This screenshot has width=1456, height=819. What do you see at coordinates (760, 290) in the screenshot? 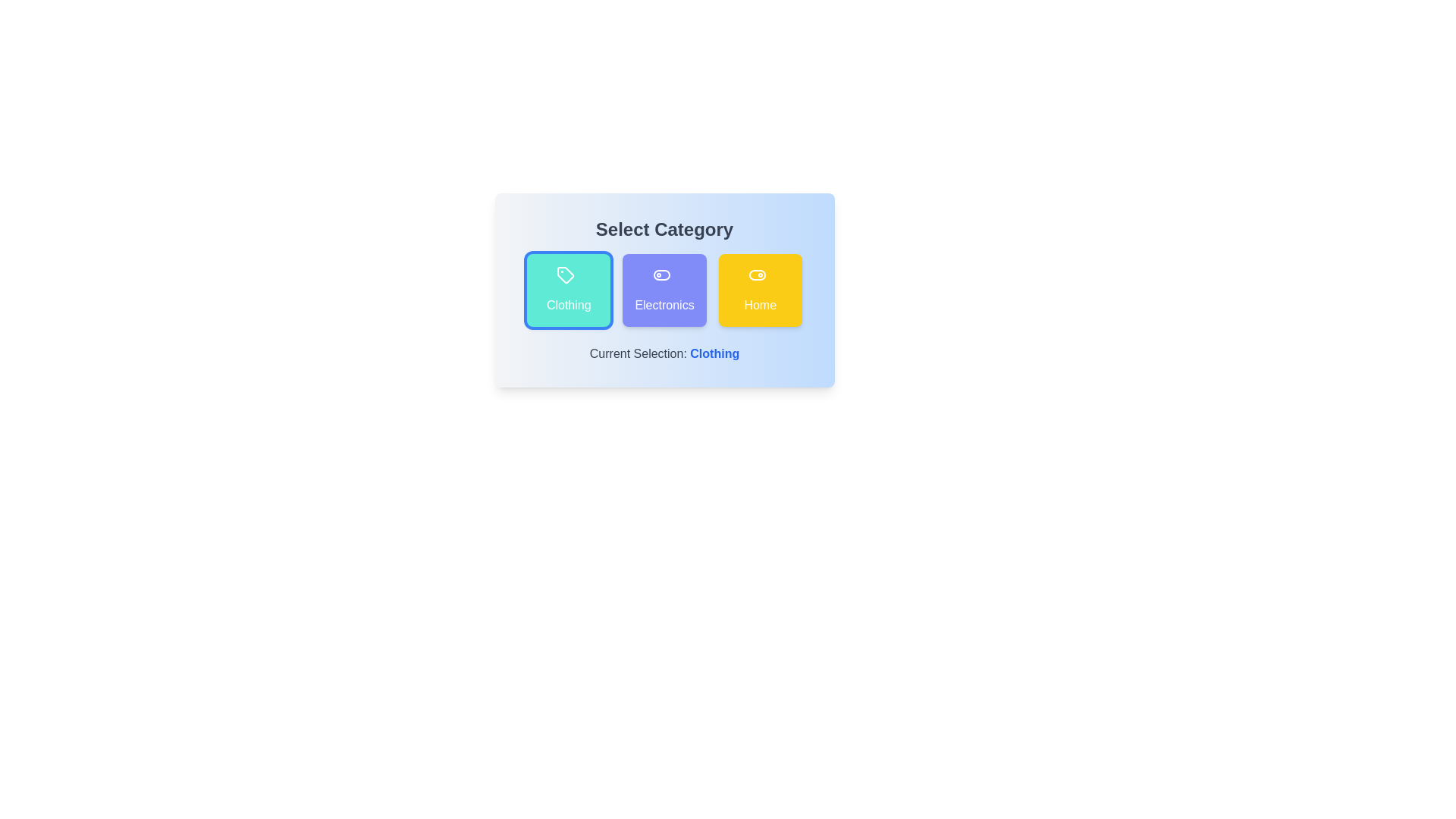
I see `the 'Home' button to select the 'Home' category` at bounding box center [760, 290].